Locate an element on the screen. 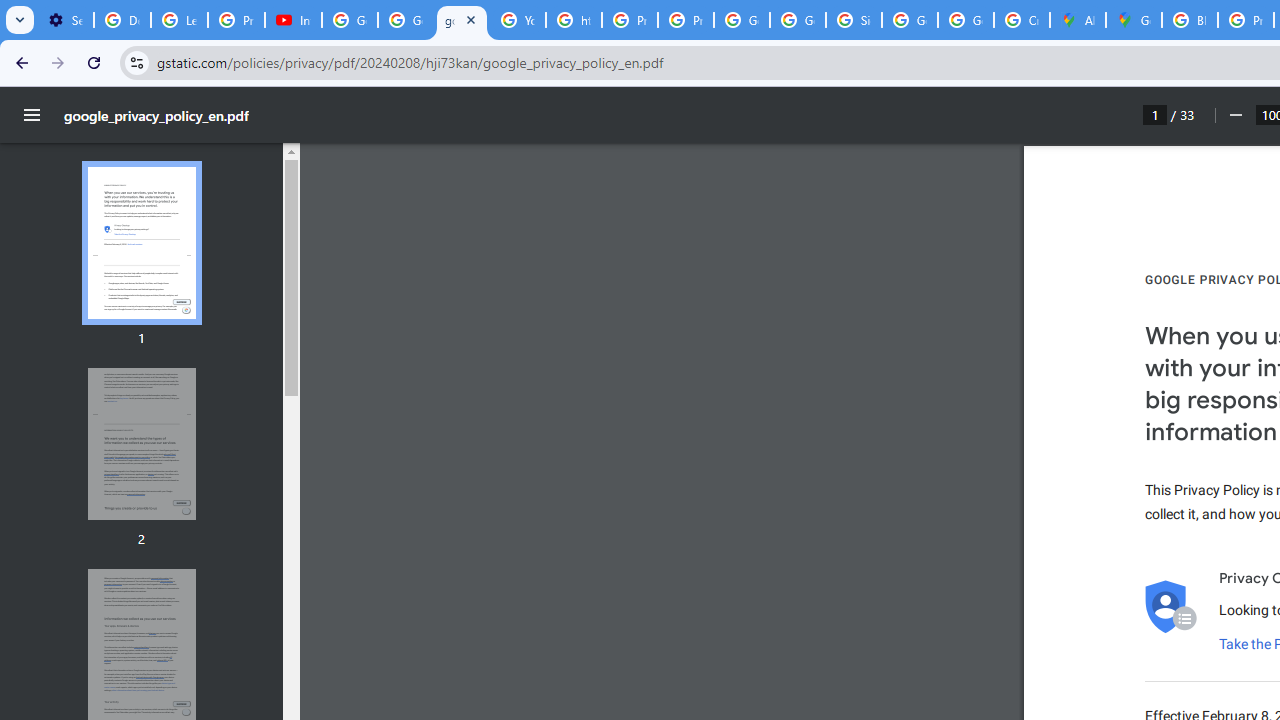 This screenshot has width=1280, height=720. 'Thumbnail for page 2' is located at coordinates (140, 443).